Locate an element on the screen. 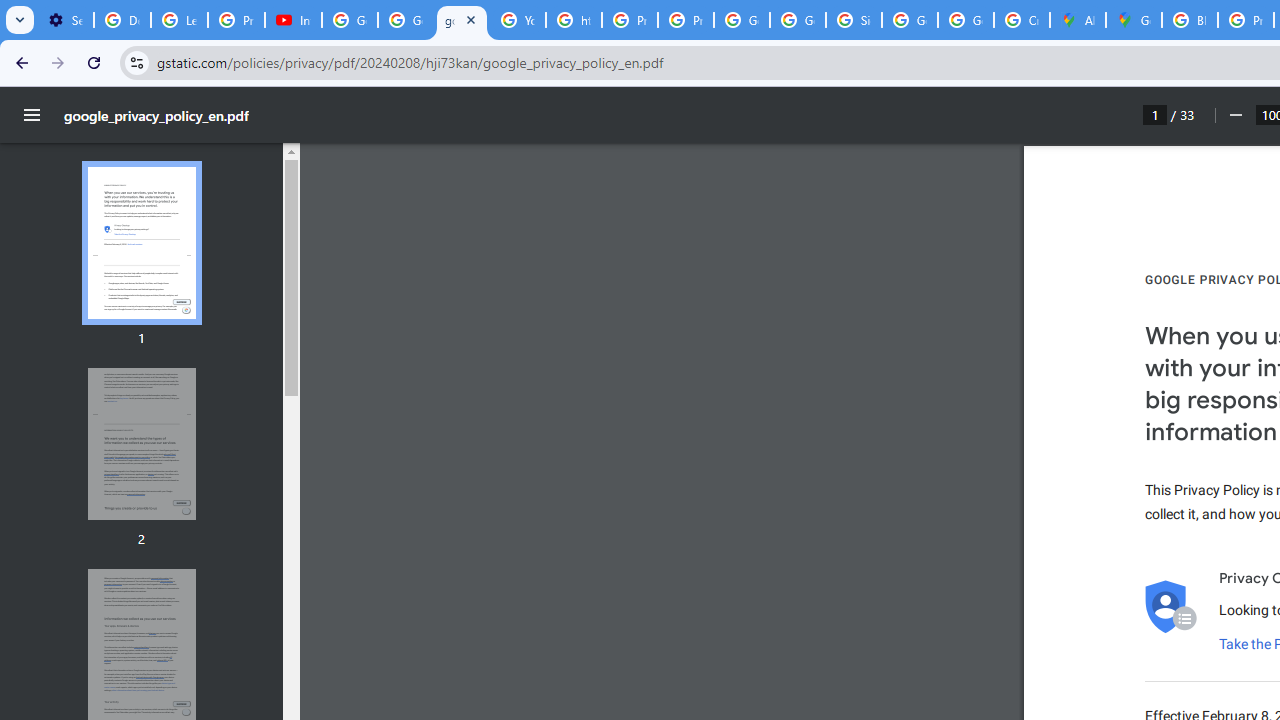 This screenshot has width=1280, height=720. 'Thumbnail for page 2' is located at coordinates (140, 443).